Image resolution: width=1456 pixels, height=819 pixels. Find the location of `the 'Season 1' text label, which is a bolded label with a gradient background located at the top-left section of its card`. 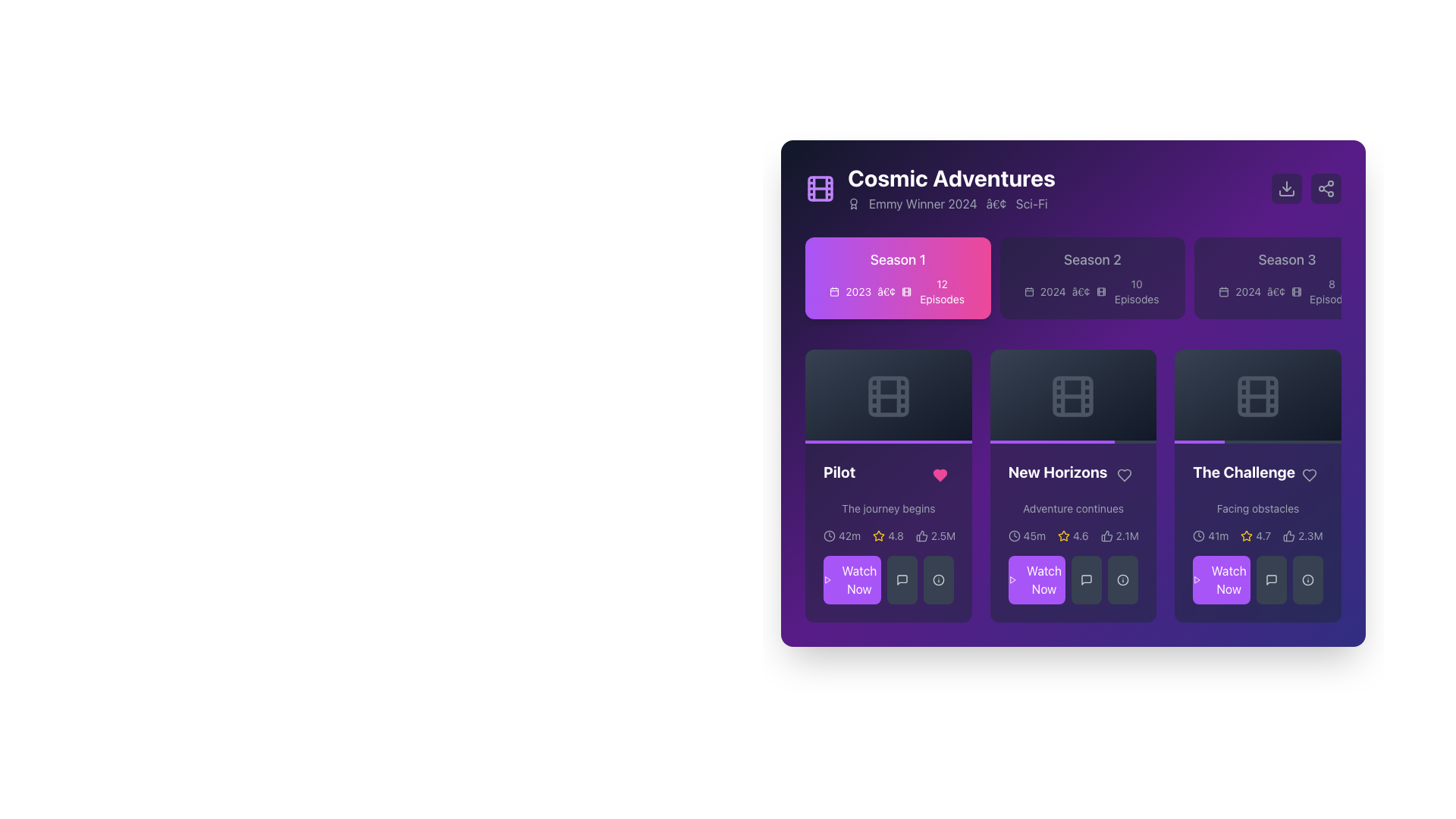

the 'Season 1' text label, which is a bolded label with a gradient background located at the top-left section of its card is located at coordinates (898, 259).